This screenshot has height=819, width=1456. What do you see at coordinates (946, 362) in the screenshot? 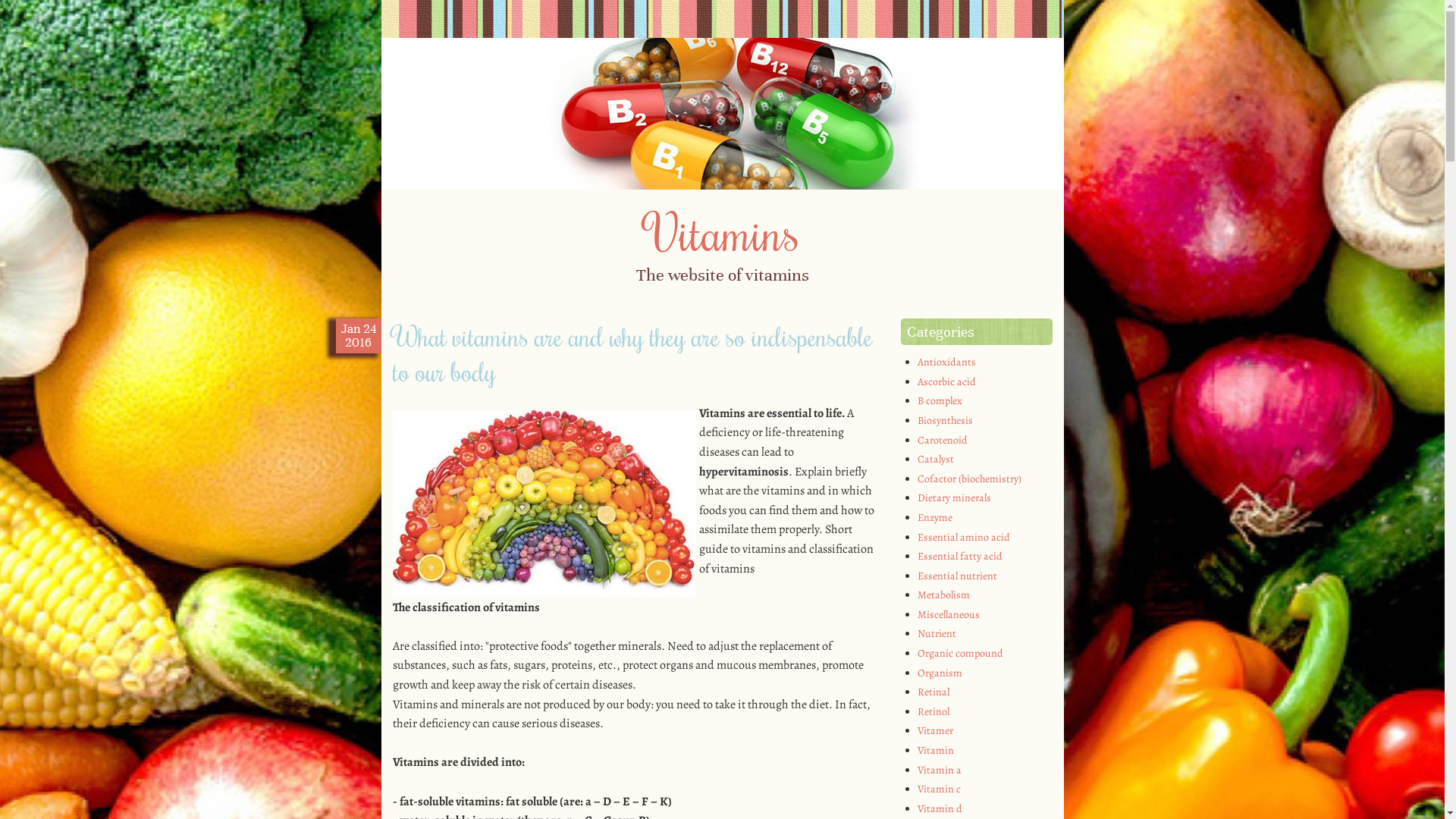
I see `'Antioxidants'` at bounding box center [946, 362].